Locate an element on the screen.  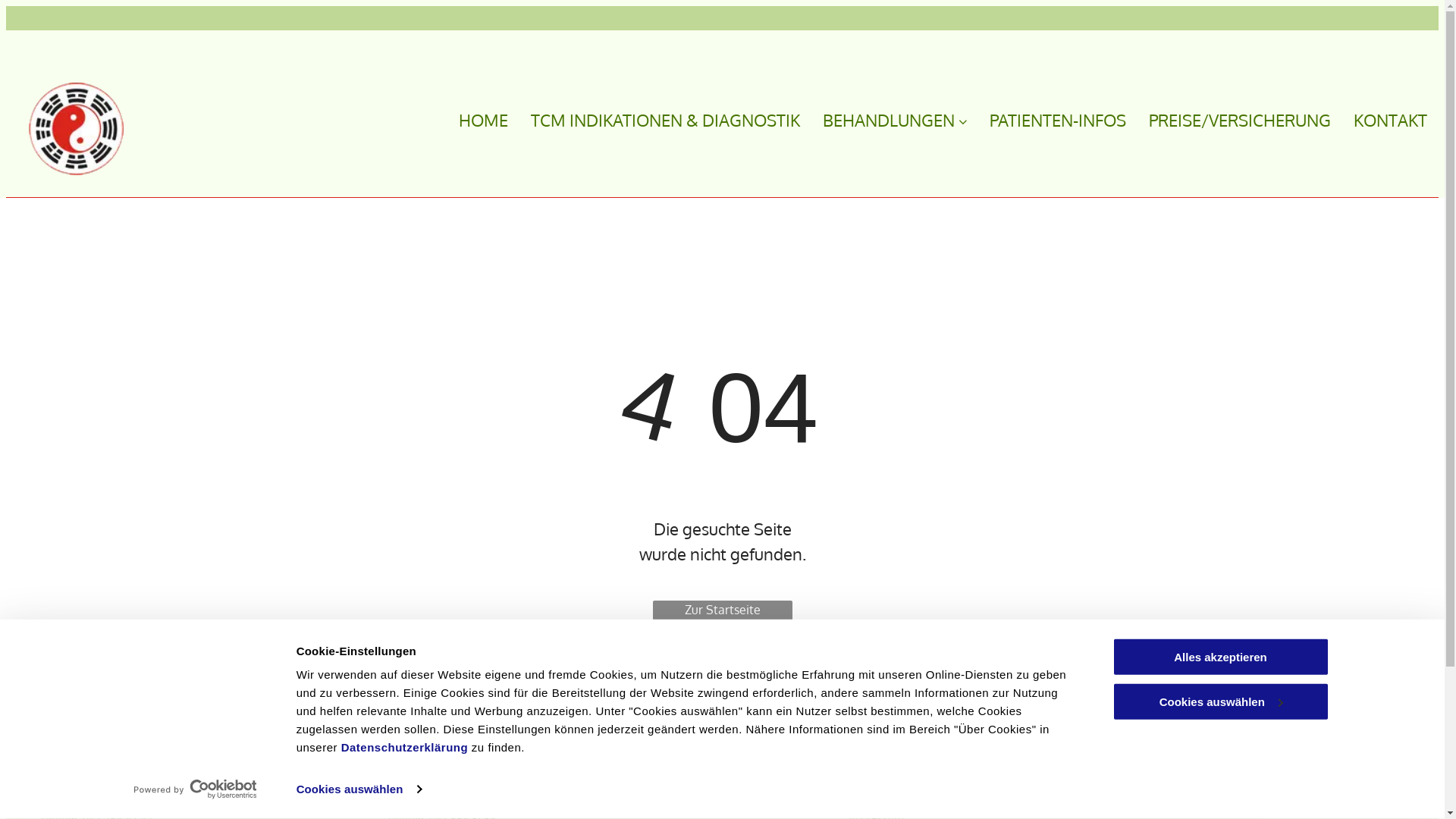
'PREISE/VERSICHERUNG' is located at coordinates (1228, 119).